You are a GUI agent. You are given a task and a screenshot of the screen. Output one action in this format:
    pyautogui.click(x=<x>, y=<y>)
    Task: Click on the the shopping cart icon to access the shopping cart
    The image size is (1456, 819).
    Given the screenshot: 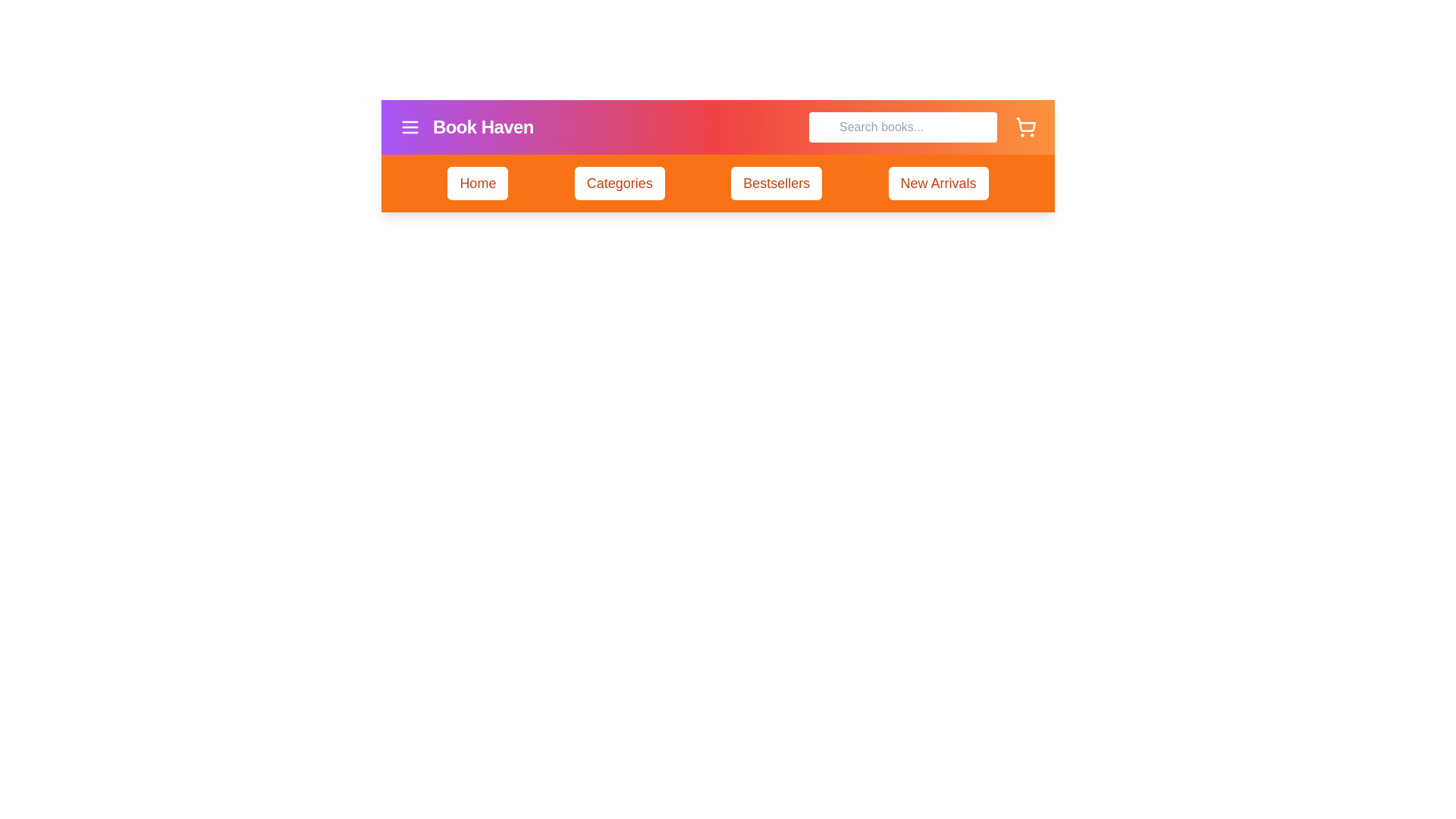 What is the action you would take?
    pyautogui.click(x=1026, y=127)
    